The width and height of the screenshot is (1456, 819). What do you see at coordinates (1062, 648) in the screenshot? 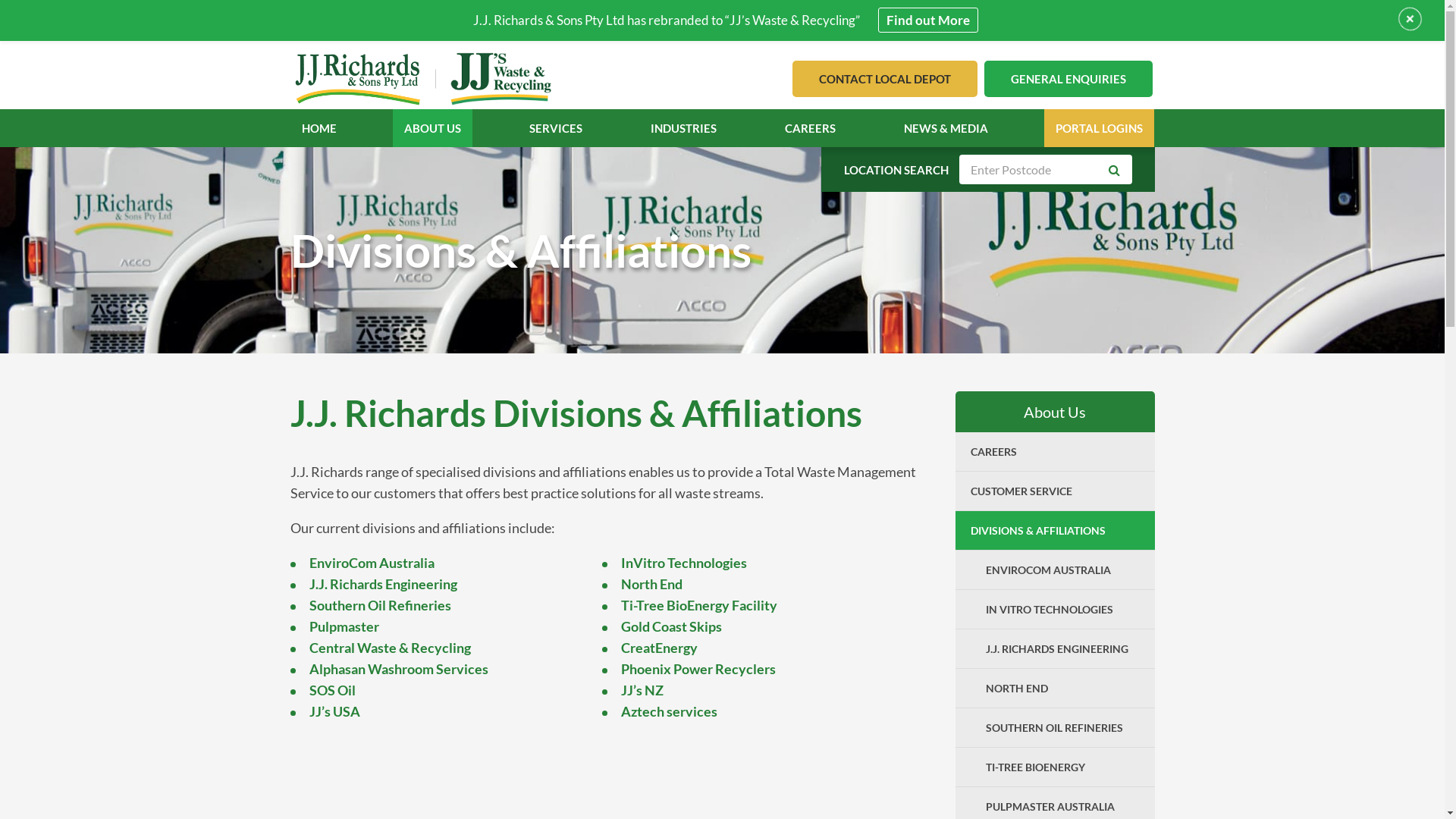
I see `'J.J. RICHARDS ENGINEERING'` at bounding box center [1062, 648].